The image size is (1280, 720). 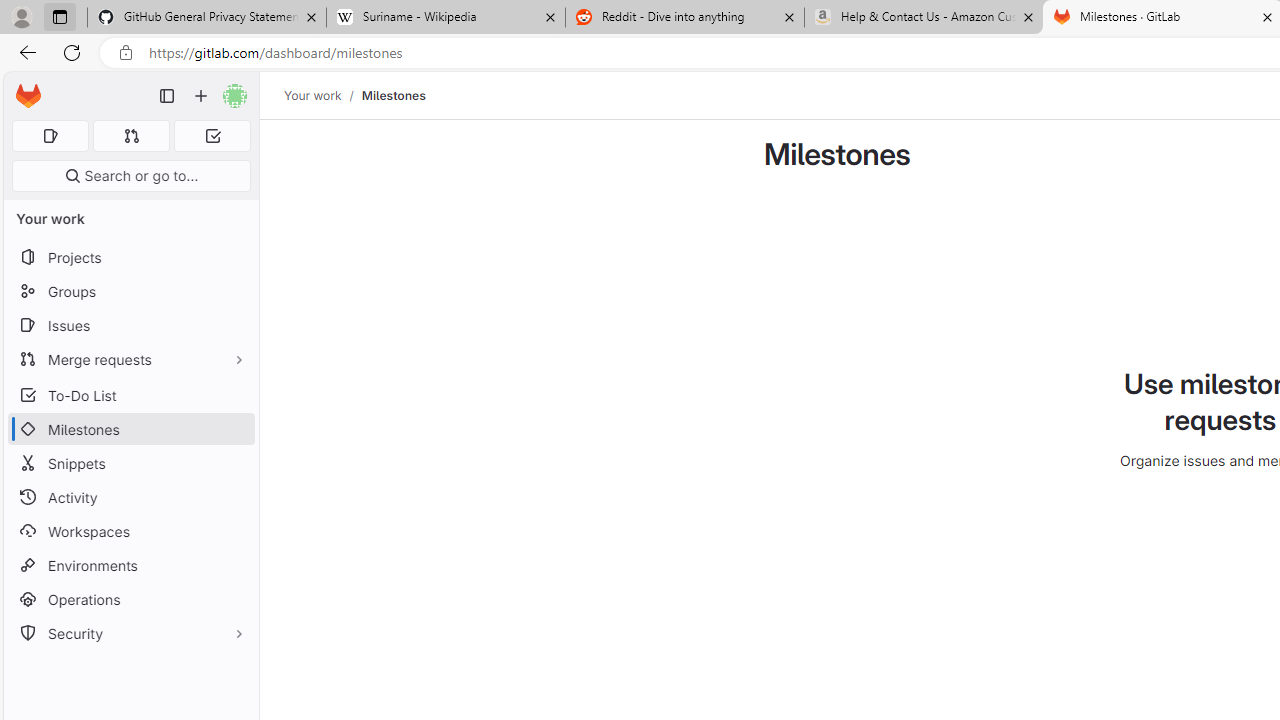 I want to click on 'Primary navigation sidebar', so click(x=167, y=96).